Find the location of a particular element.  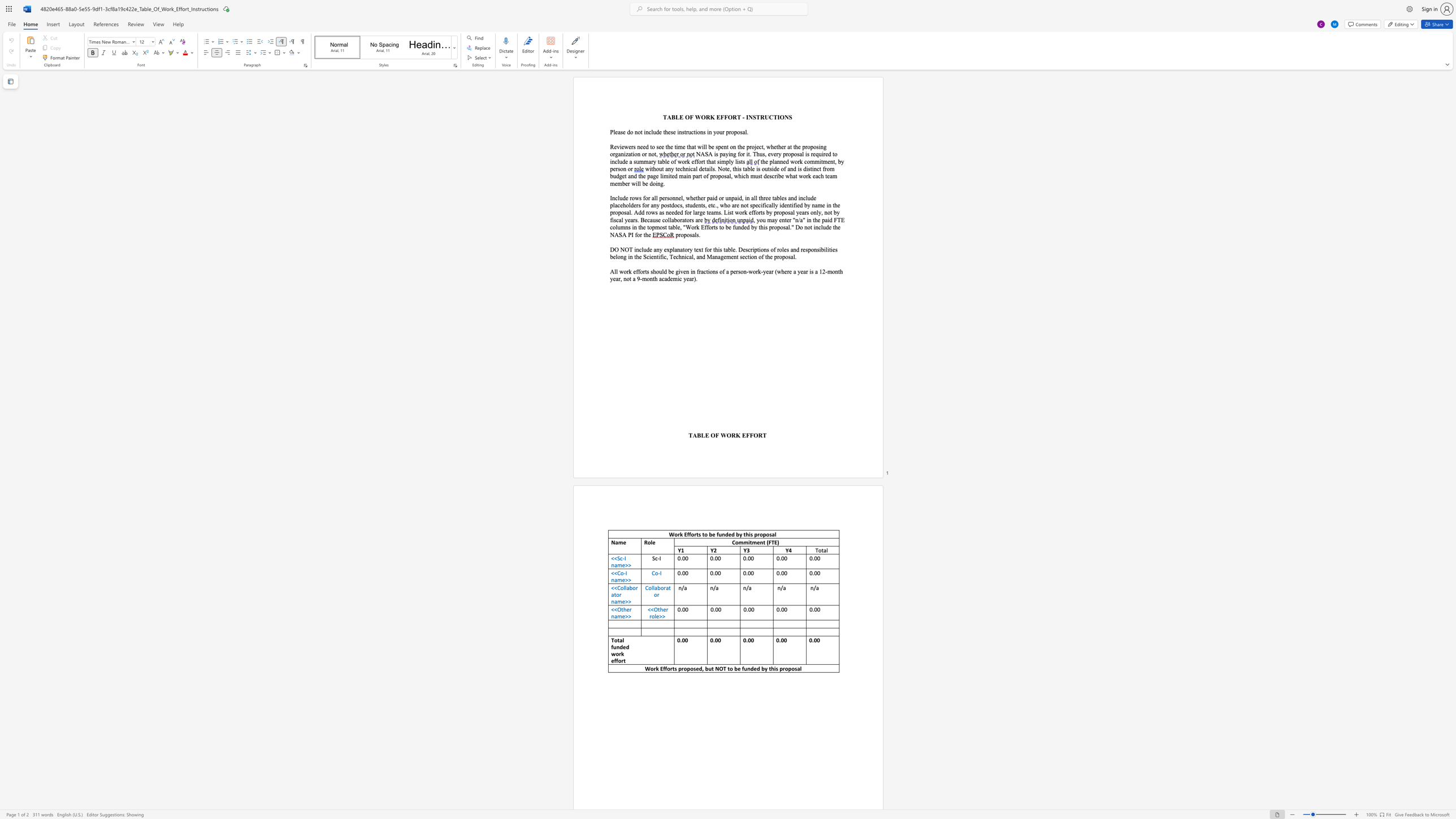

the space between the continuous character "n" and "e" in the text is located at coordinates (782, 161).